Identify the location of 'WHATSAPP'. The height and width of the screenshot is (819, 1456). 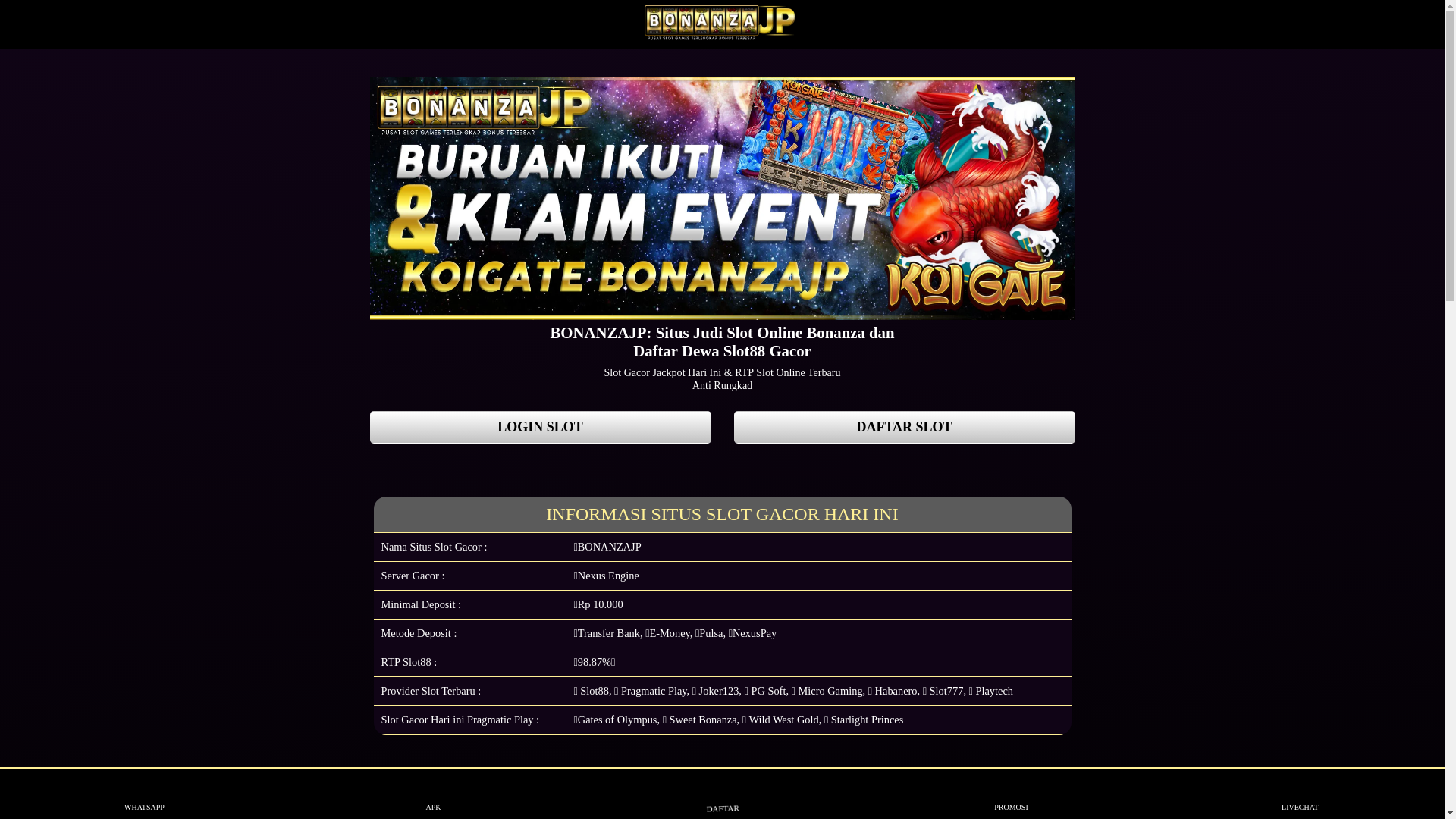
(144, 792).